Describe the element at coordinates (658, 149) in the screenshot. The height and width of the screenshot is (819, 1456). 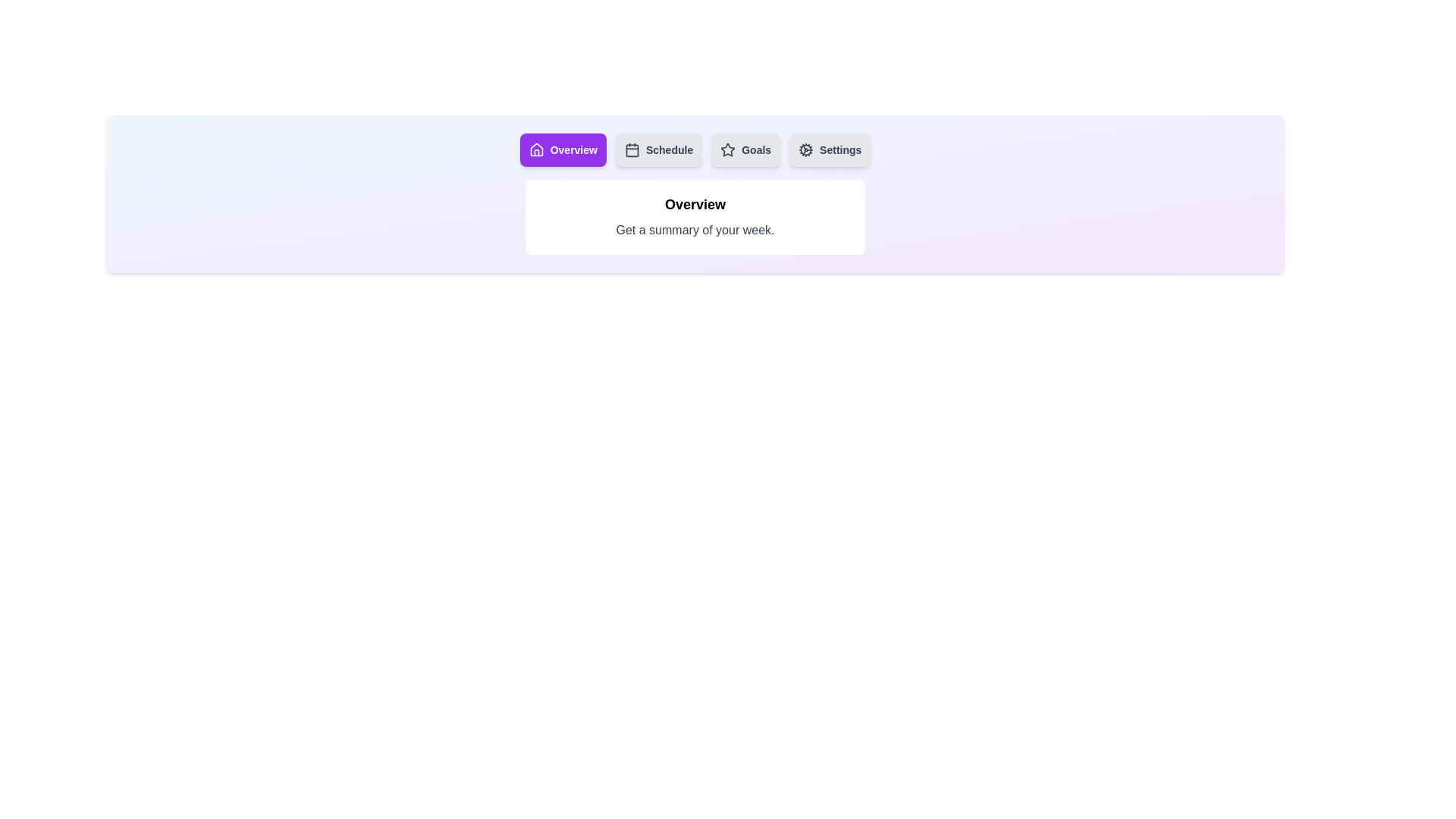
I see `the tab labeled Schedule` at that location.